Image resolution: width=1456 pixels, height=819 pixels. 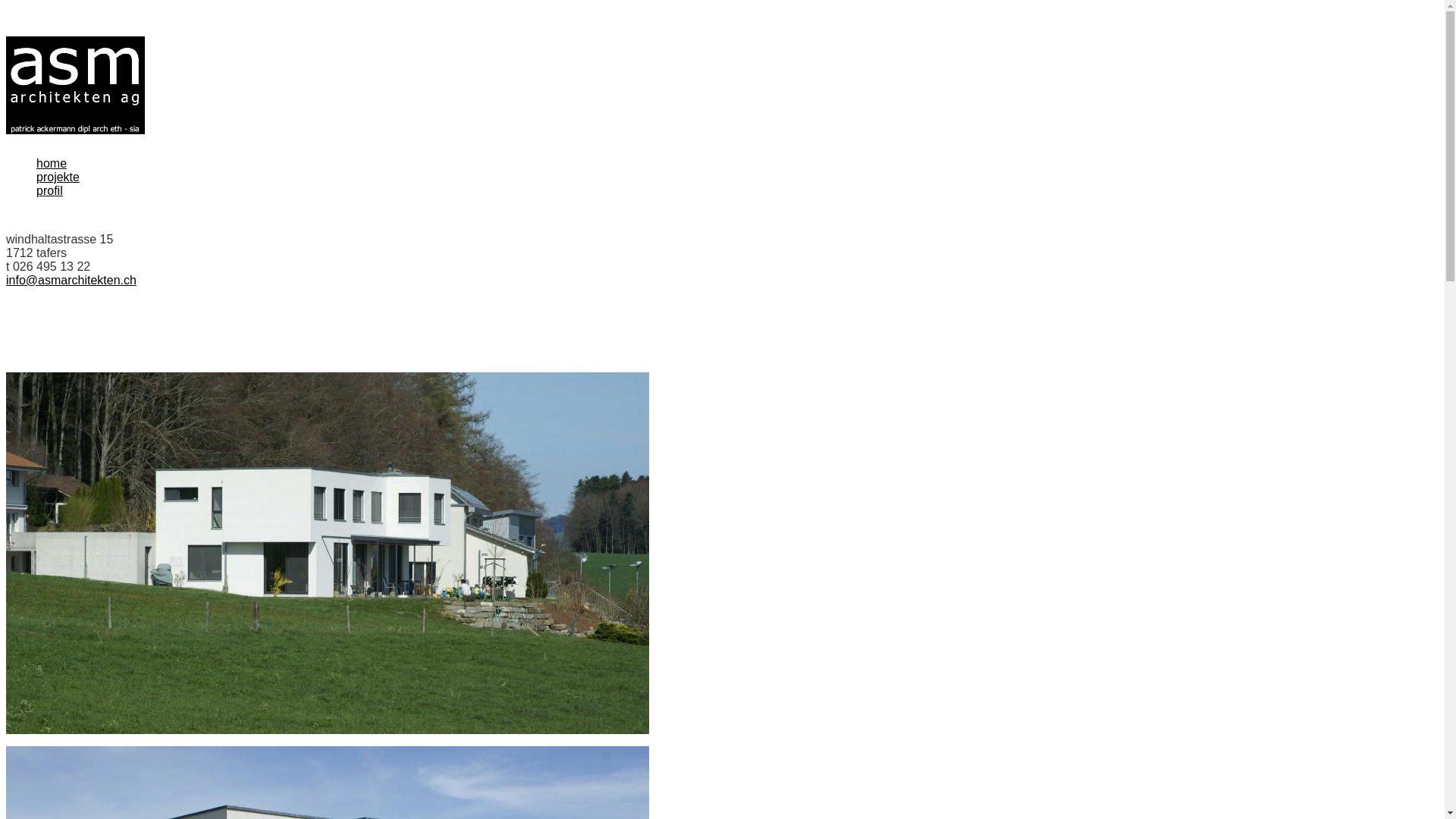 What do you see at coordinates (74, 85) in the screenshot?
I see `'Startseite'` at bounding box center [74, 85].